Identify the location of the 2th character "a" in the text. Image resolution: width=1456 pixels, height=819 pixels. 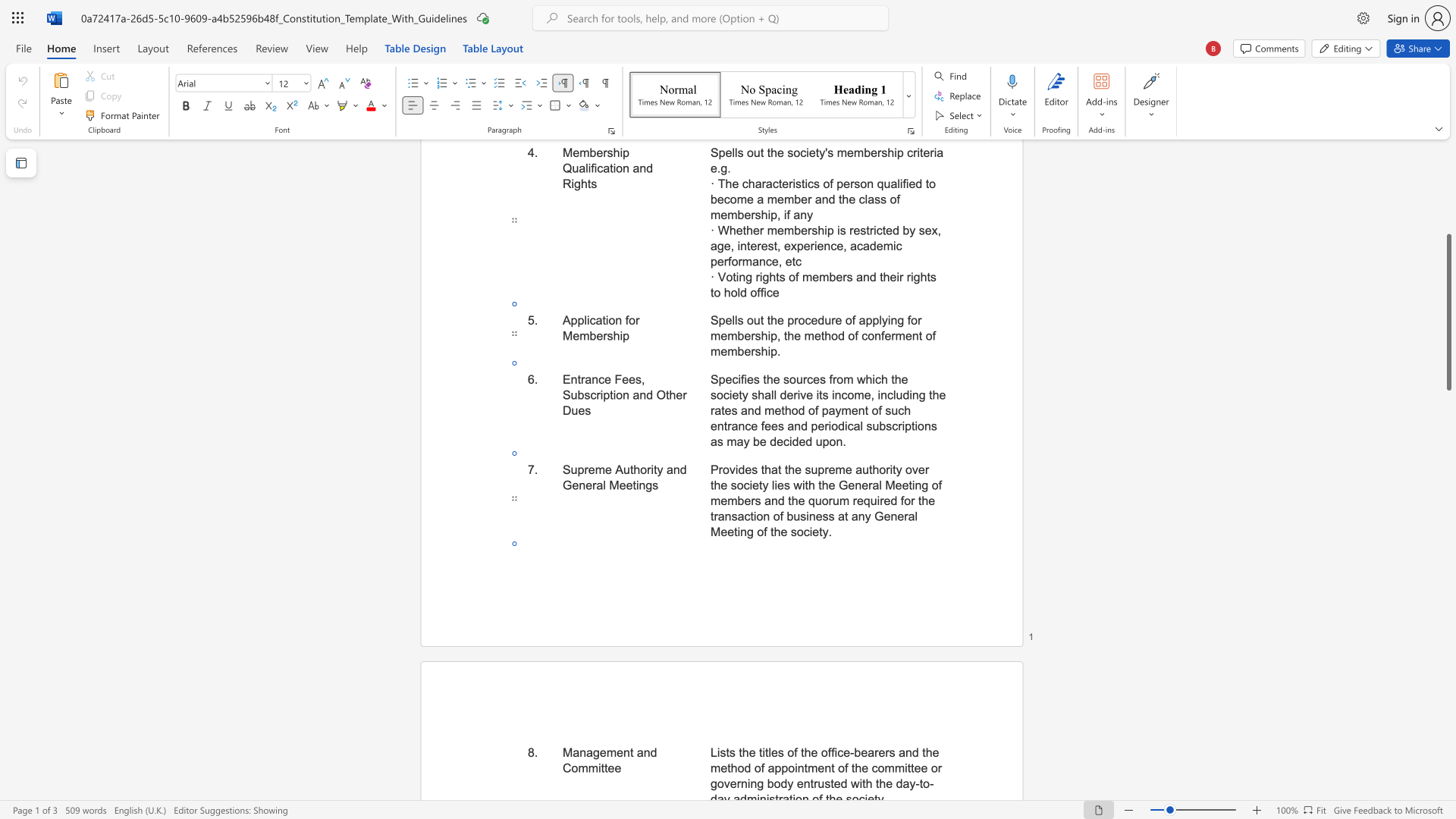
(588, 752).